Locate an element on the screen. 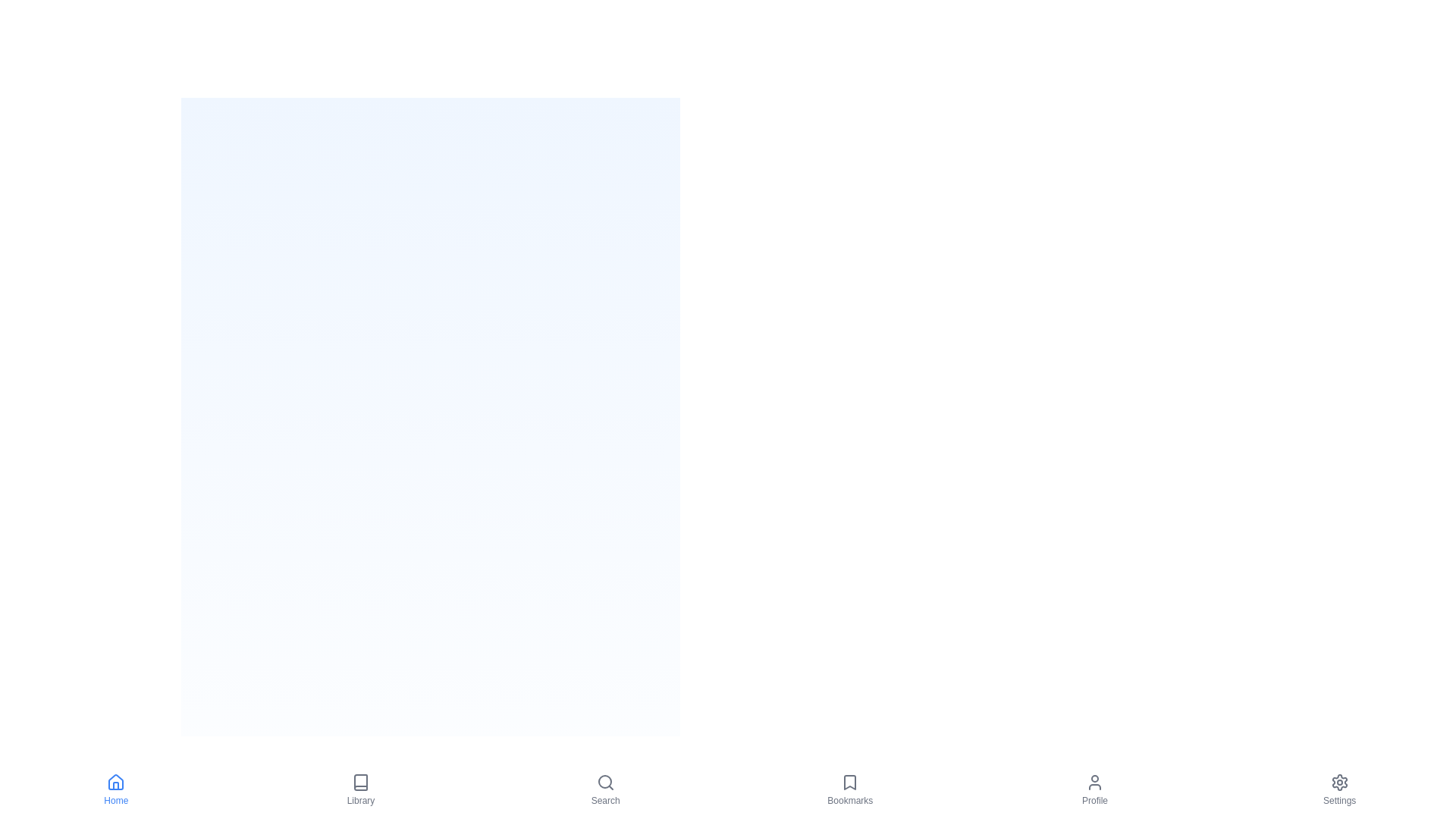  the Settings tab by clicking its icon is located at coordinates (1339, 789).